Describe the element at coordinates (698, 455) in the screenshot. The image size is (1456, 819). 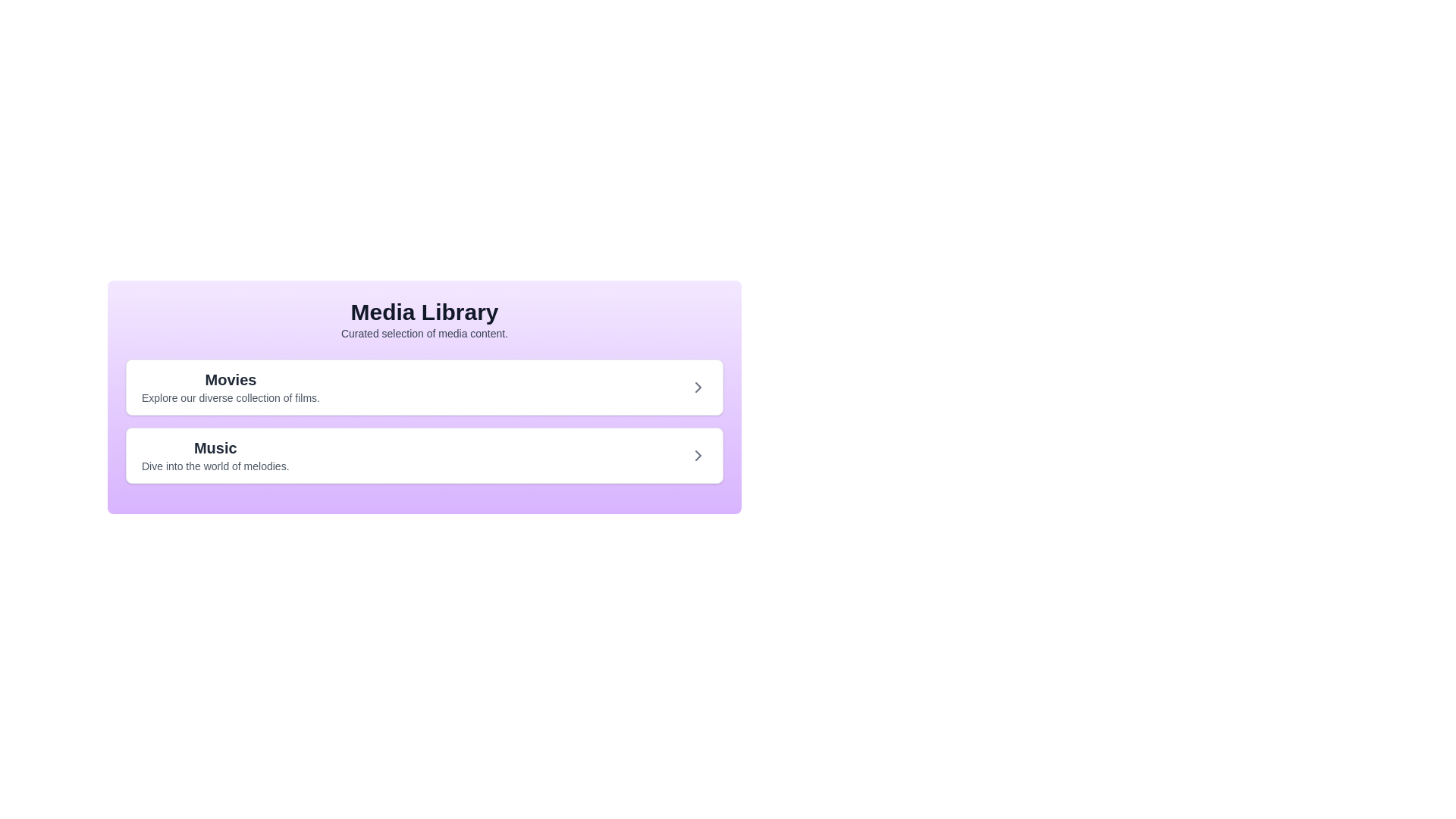
I see `the directional icon located at the far right of the 'Music' card, which indicates further details or actions related to music` at that location.